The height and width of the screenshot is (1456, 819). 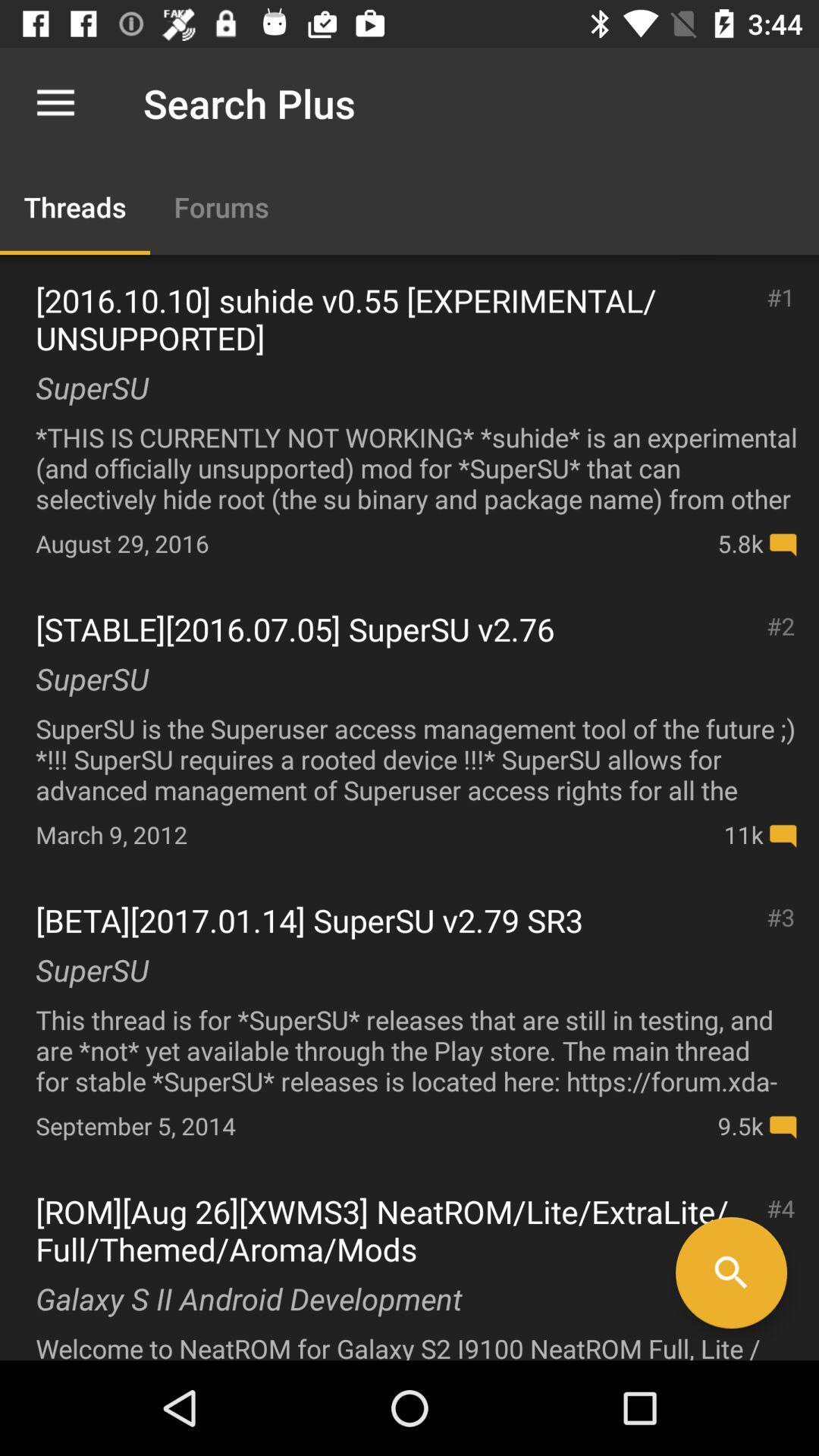 I want to click on the icon to the left of the search plus icon, so click(x=55, y=102).